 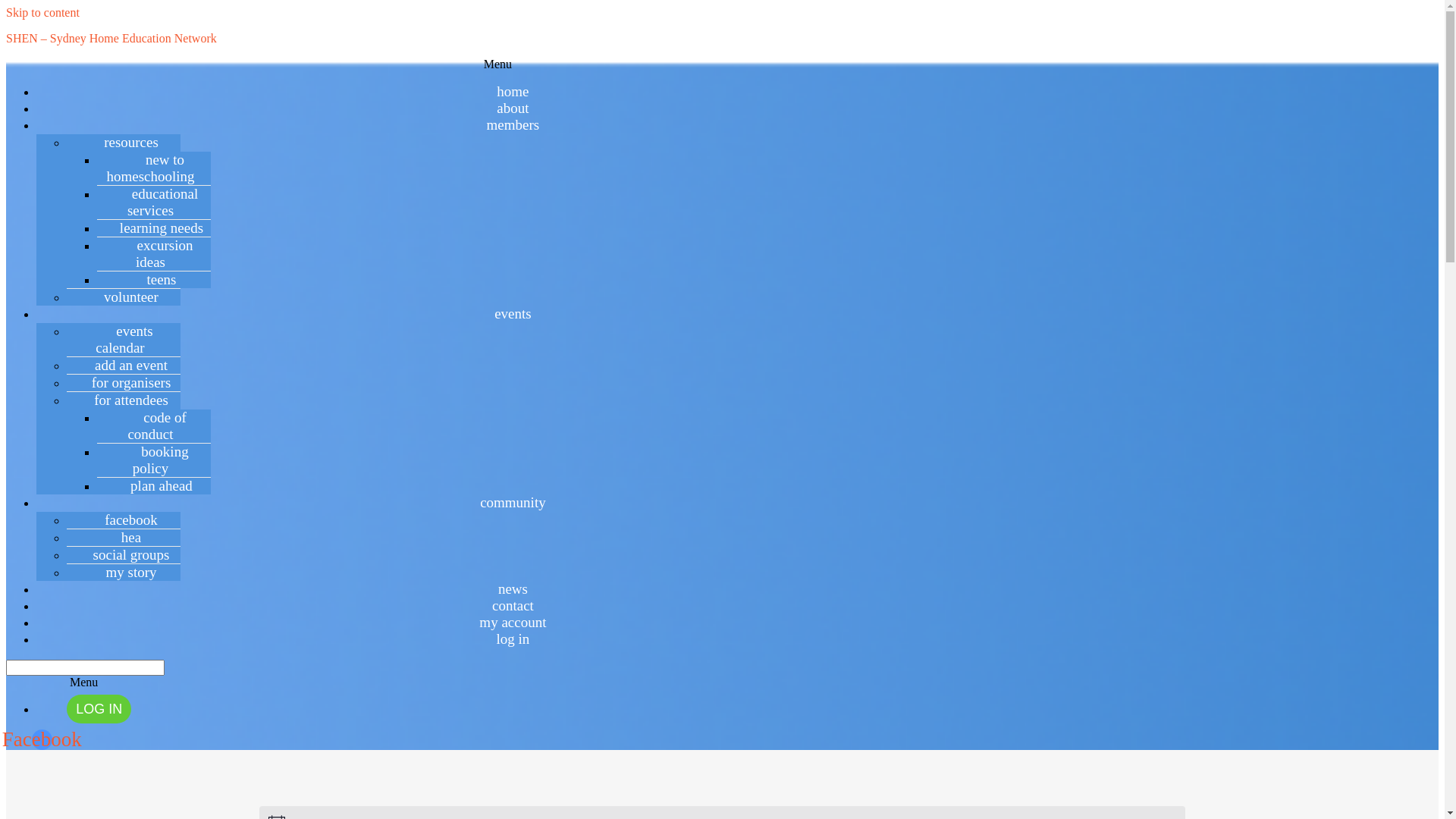 I want to click on 'booking policy', so click(x=153, y=459).